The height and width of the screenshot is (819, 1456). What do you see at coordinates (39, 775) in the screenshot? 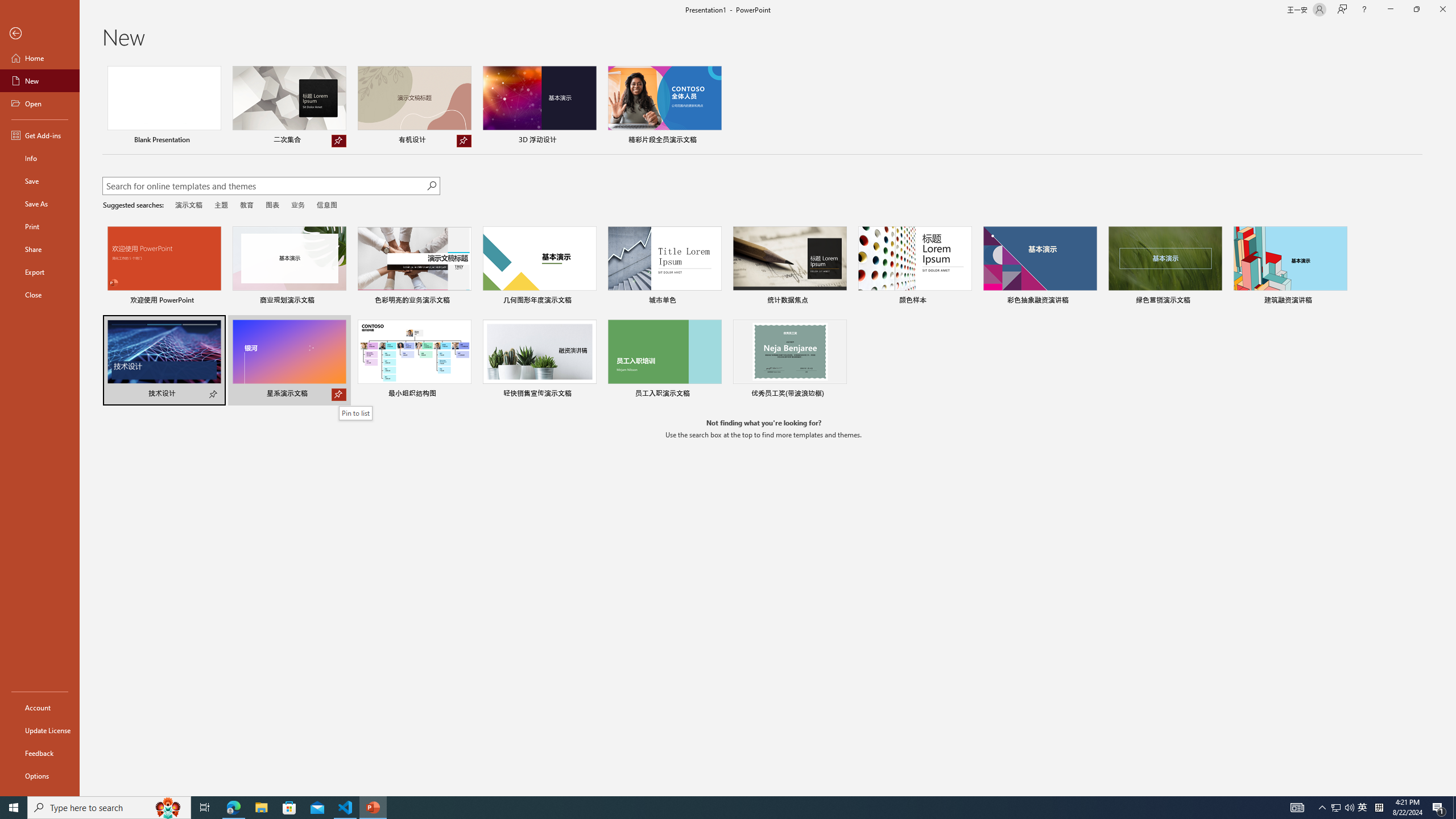
I see `'Options'` at bounding box center [39, 775].